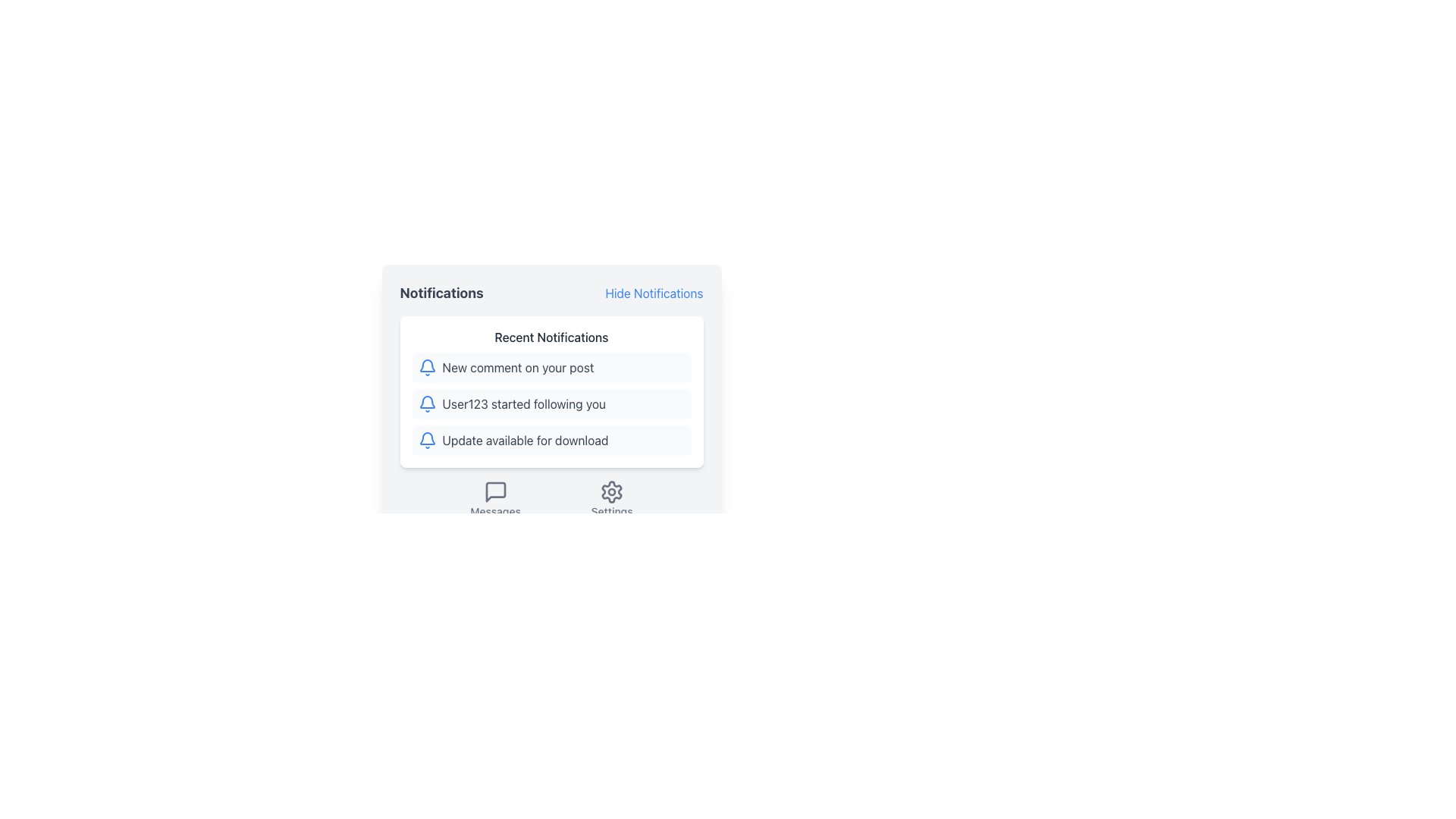 This screenshot has width=1456, height=819. Describe the element at coordinates (551, 441) in the screenshot. I see `the third notification item in the vertical list that notifies the user of an available update for download` at that location.